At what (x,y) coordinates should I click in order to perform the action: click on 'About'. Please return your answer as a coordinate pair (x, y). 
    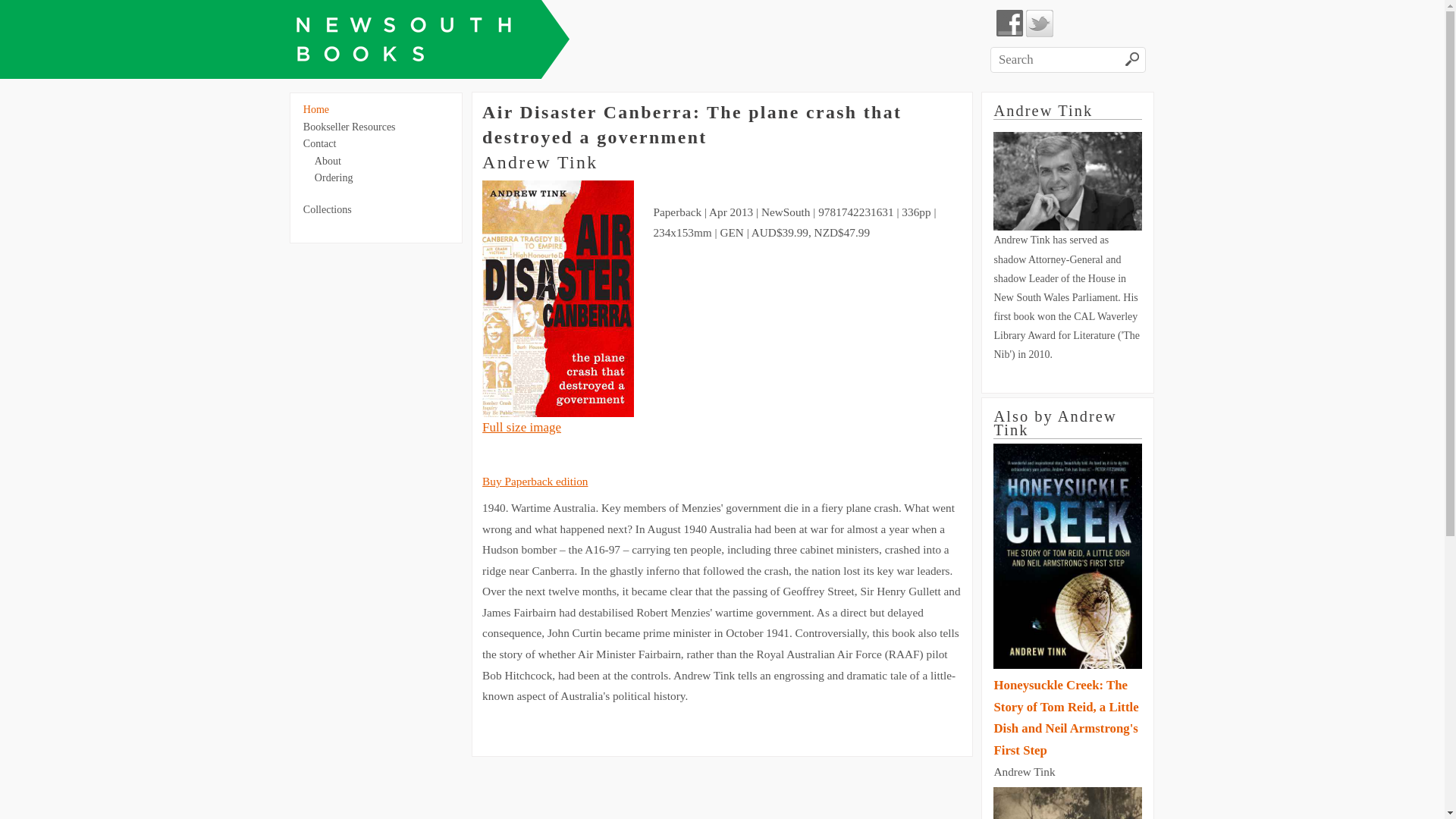
    Looking at the image, I should click on (327, 161).